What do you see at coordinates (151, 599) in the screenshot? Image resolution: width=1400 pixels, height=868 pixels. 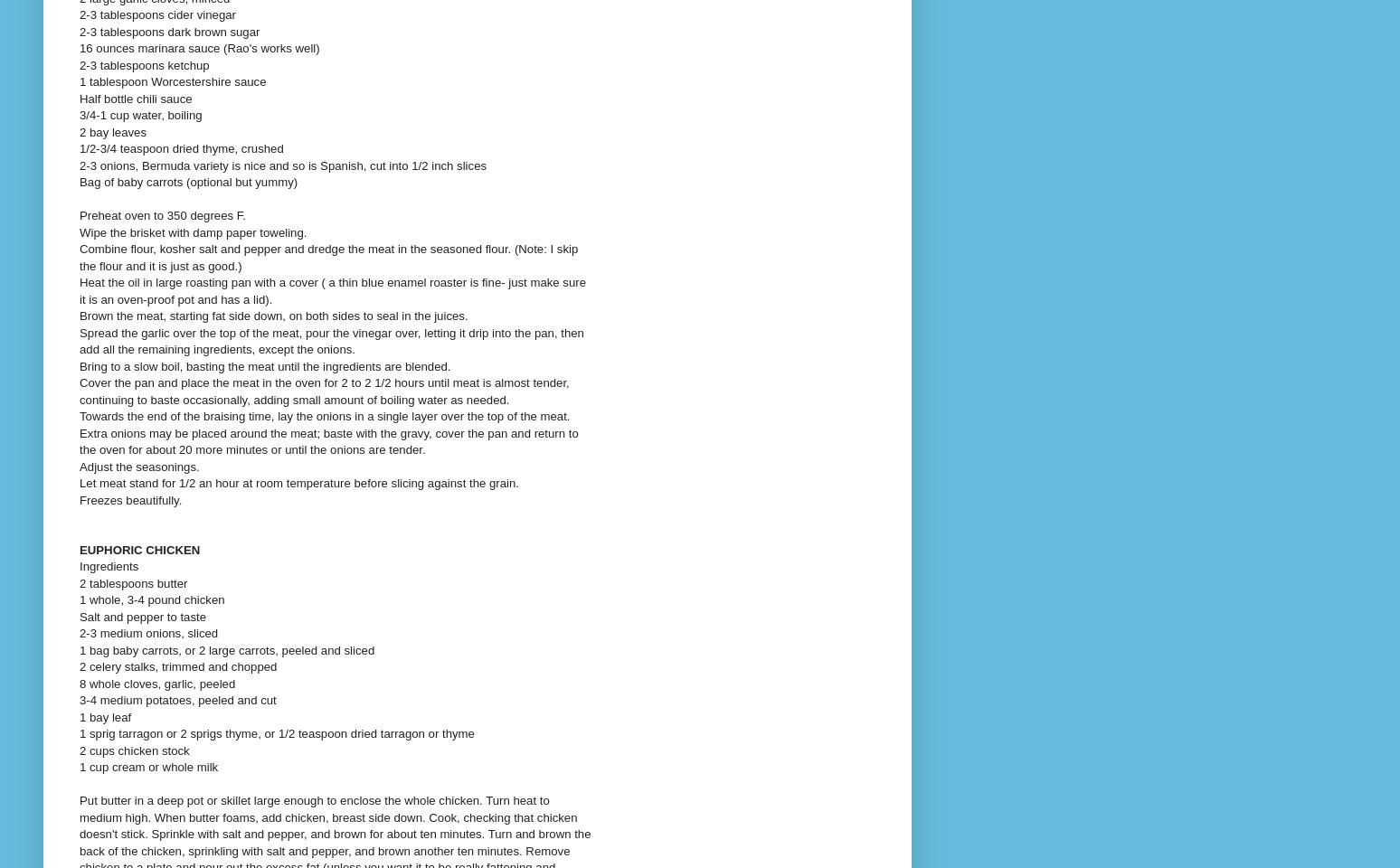 I see `'1 whole, 3-4 pound chicken'` at bounding box center [151, 599].